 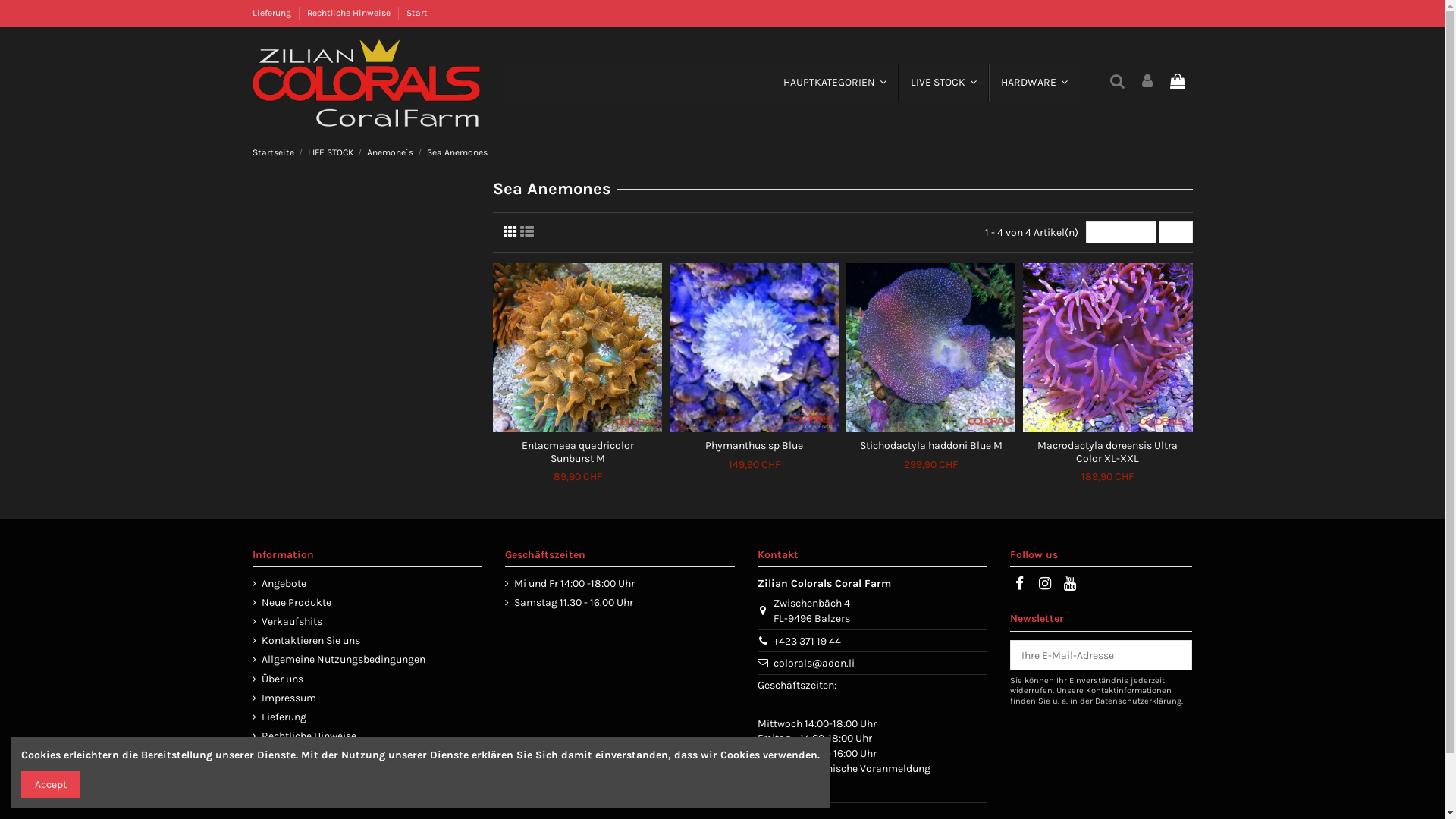 I want to click on 'HARDWARE', so click(x=1033, y=82).